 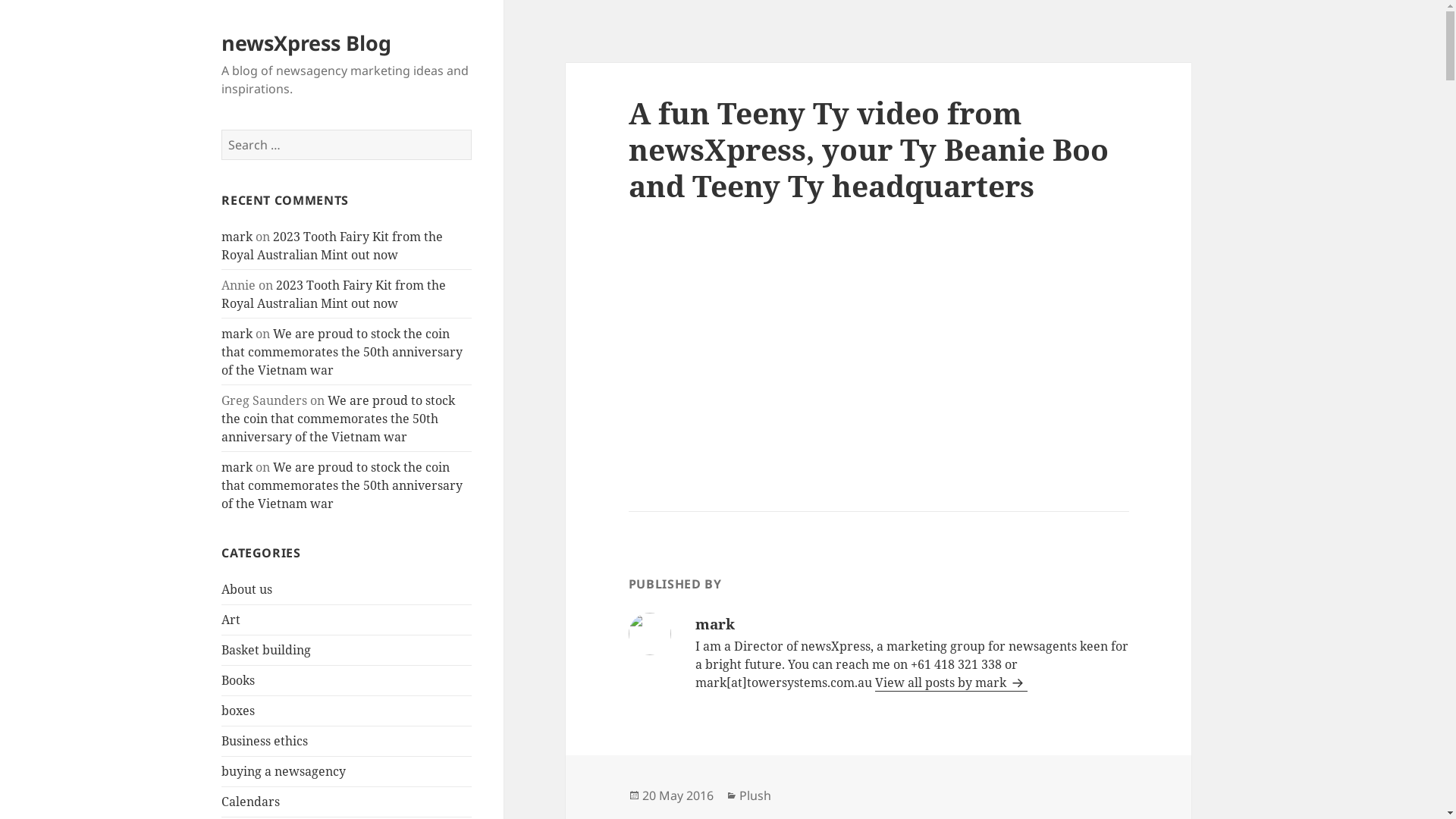 I want to click on '2023 Tooth Fairy Kit from the Royal Australian Mint out now', so click(x=333, y=294).